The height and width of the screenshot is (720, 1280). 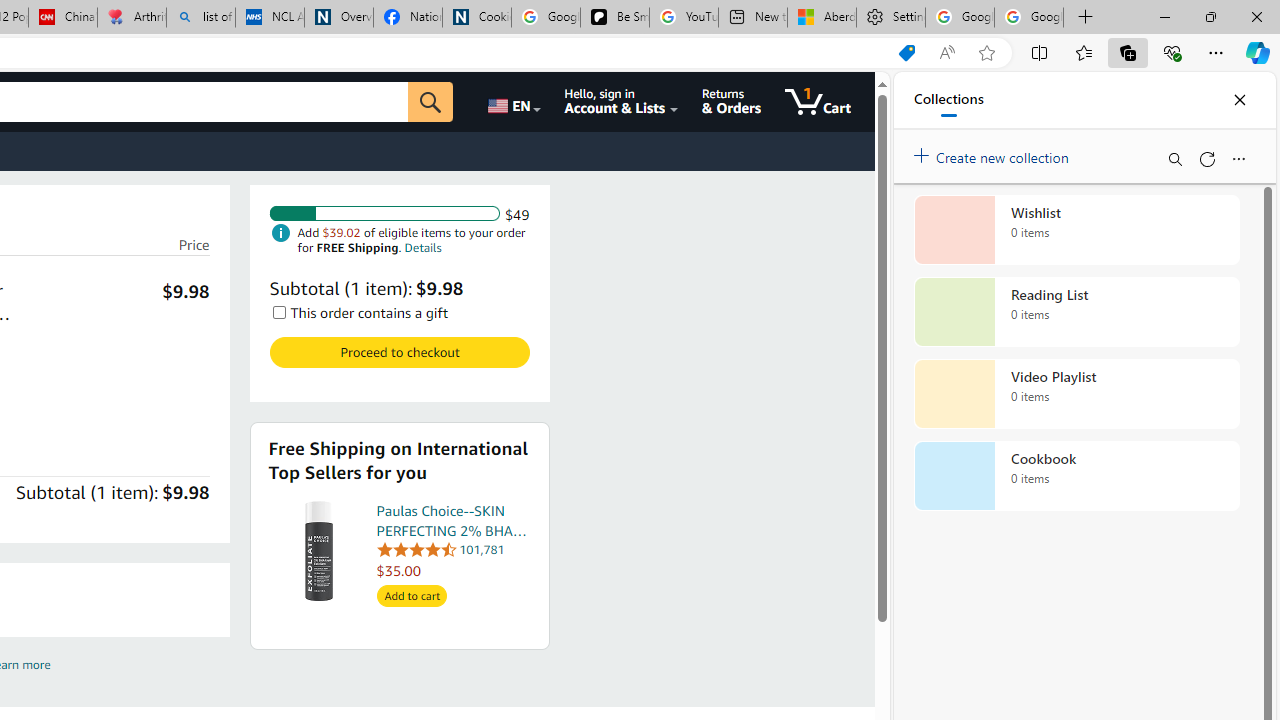 What do you see at coordinates (817, 101) in the screenshot?
I see `'1 item in cart'` at bounding box center [817, 101].